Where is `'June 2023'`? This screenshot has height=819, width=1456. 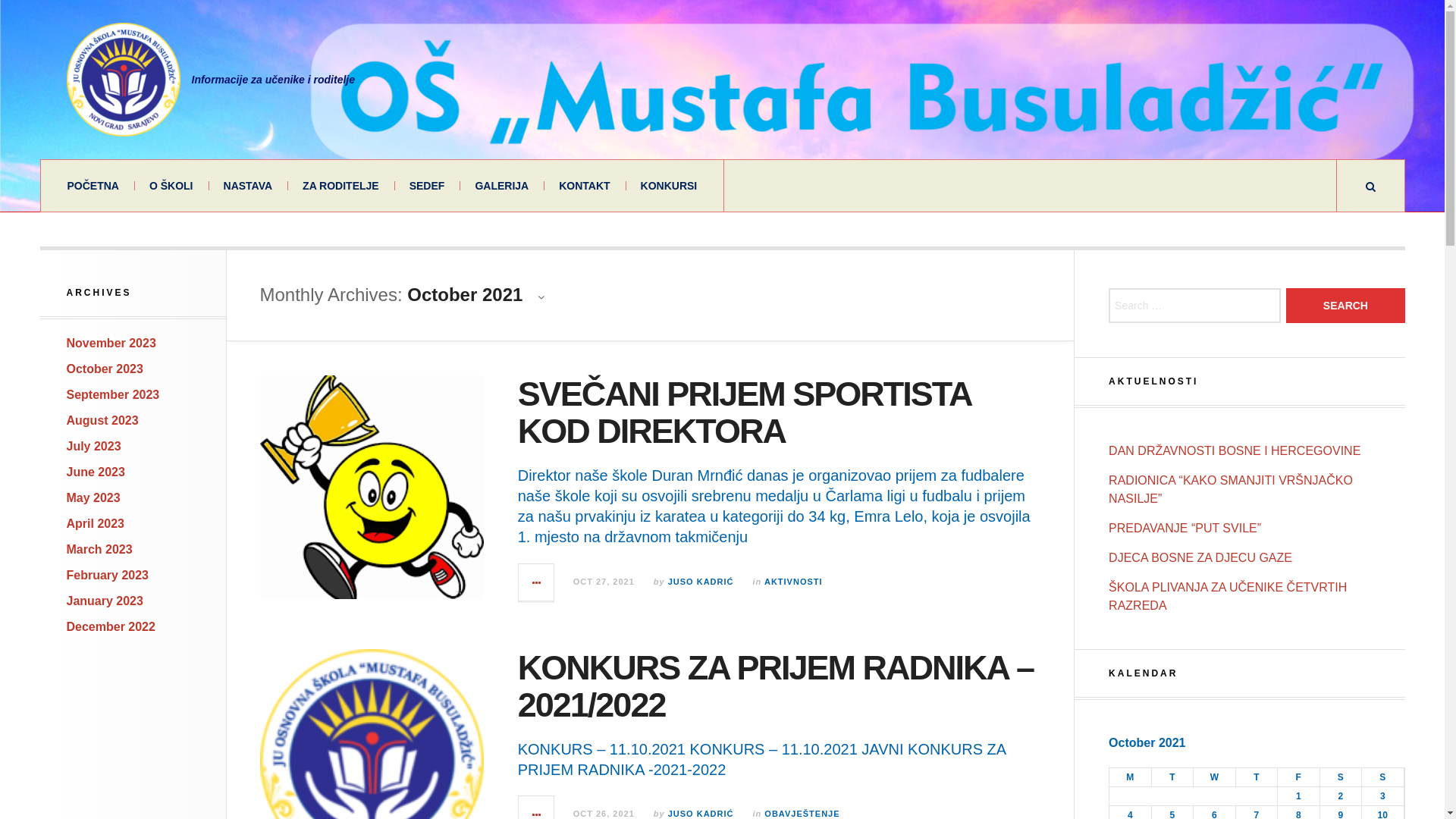 'June 2023' is located at coordinates (65, 471).